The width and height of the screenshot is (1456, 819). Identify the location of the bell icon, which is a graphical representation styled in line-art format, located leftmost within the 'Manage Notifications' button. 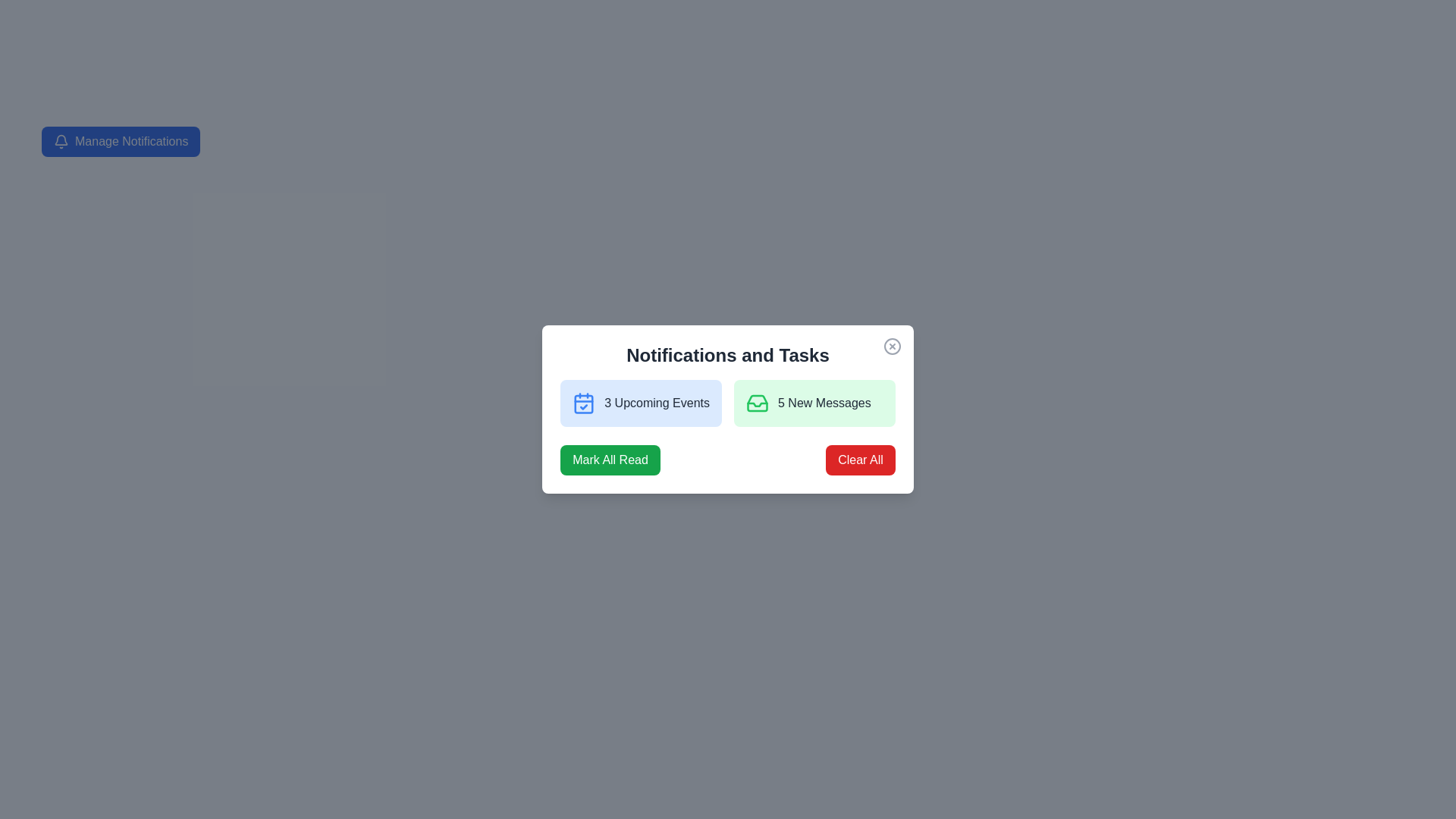
(61, 141).